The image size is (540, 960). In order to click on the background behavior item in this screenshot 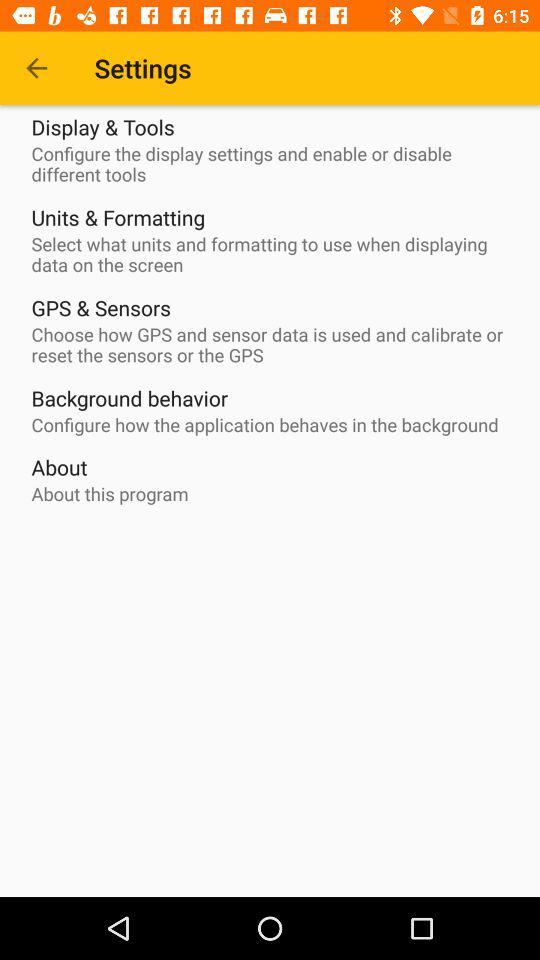, I will do `click(129, 397)`.